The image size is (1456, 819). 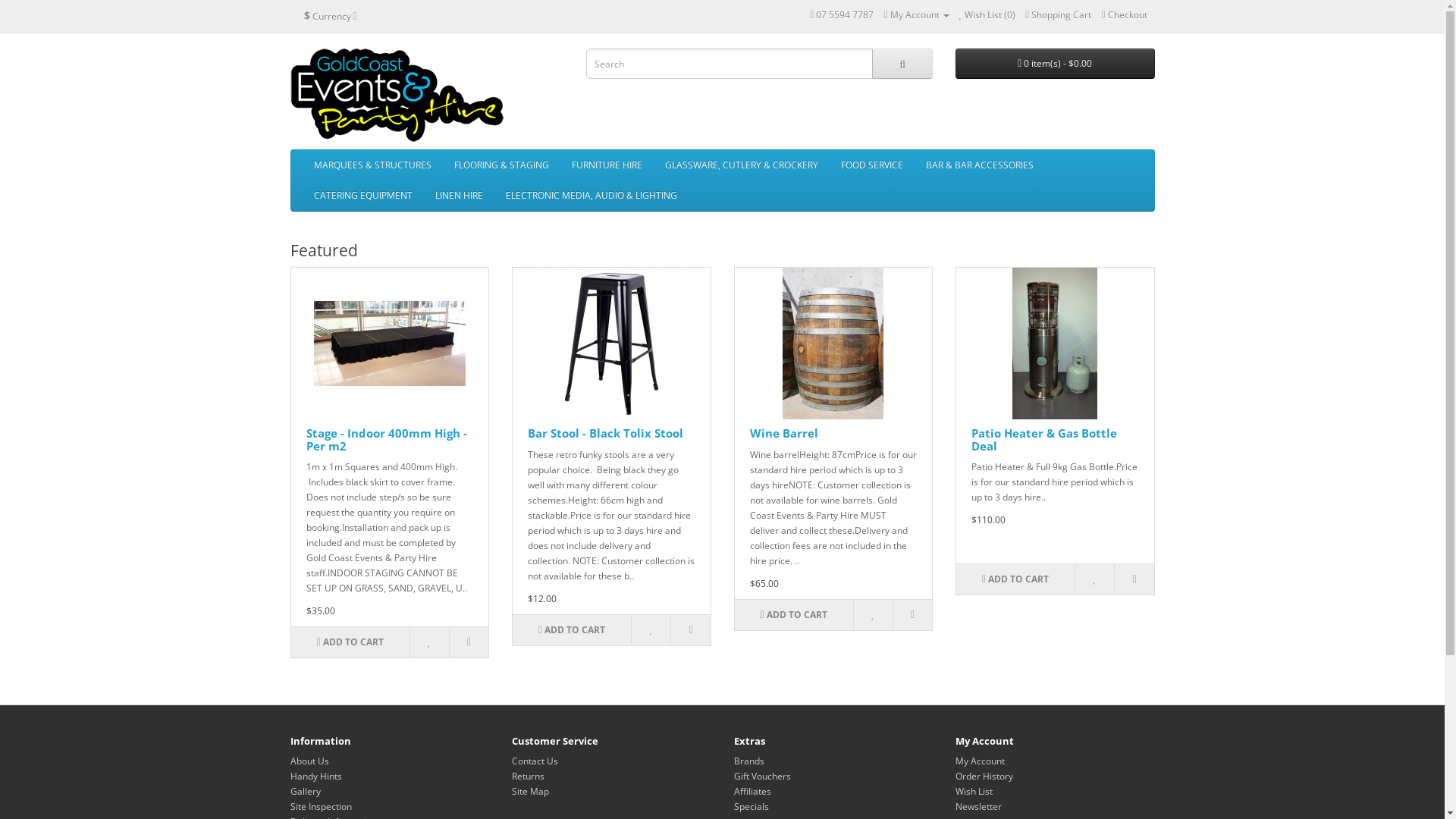 What do you see at coordinates (751, 805) in the screenshot?
I see `'Specials'` at bounding box center [751, 805].